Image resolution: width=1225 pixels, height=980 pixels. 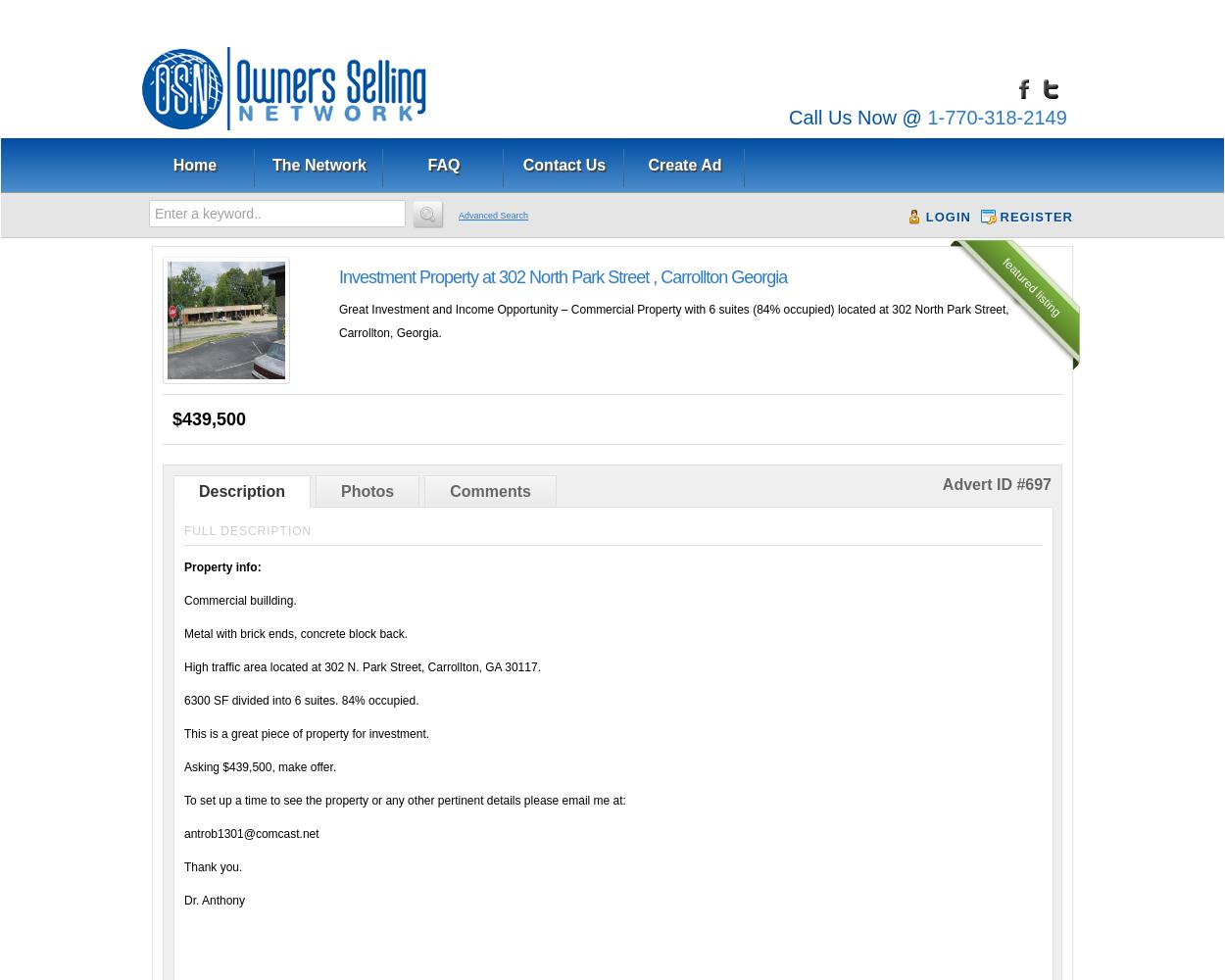 I want to click on '$439,500', so click(x=172, y=419).